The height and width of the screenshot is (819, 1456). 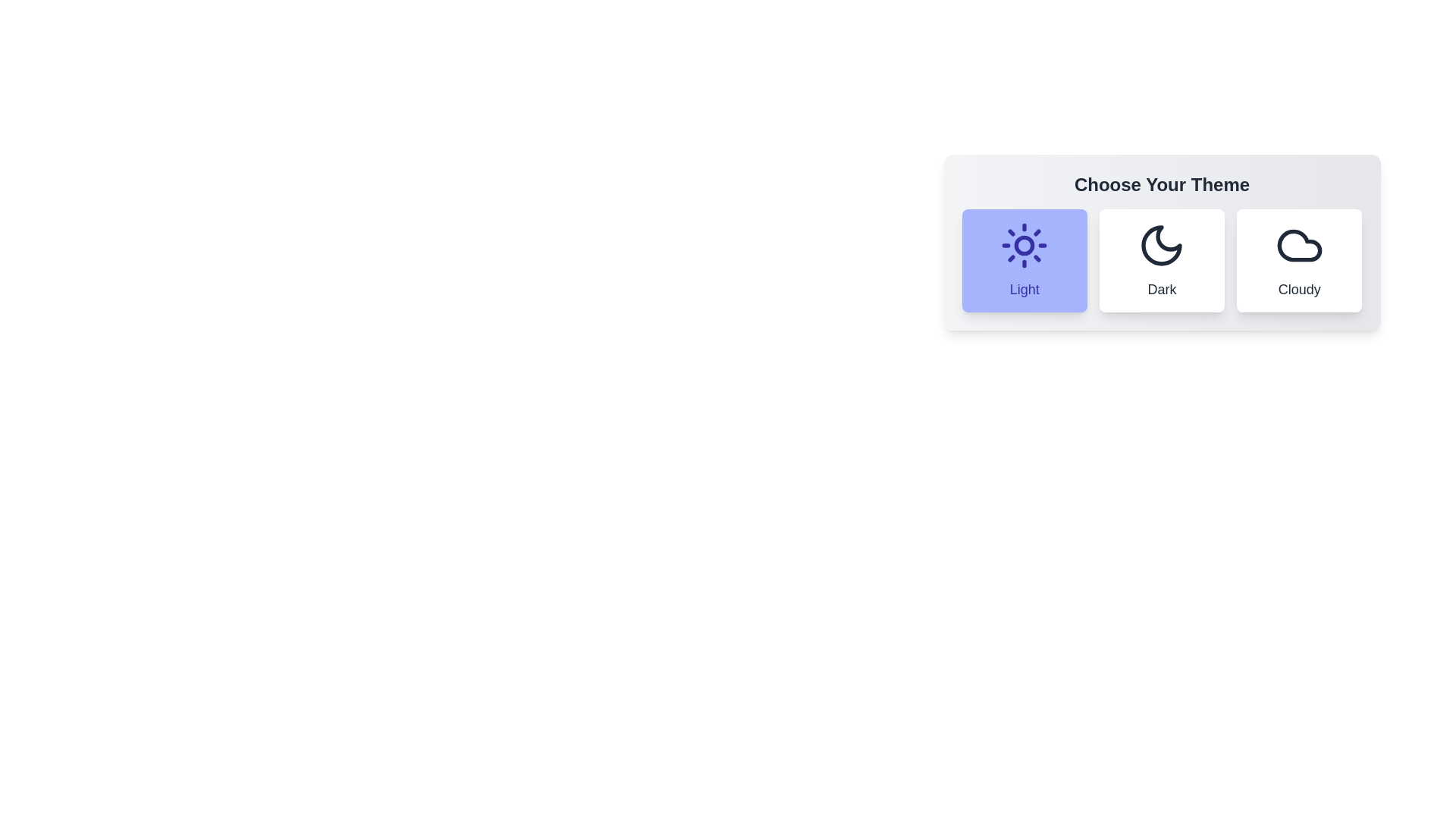 What do you see at coordinates (1161, 259) in the screenshot?
I see `the 'Dark' theme button located between the 'Light' and 'Cloudy' options in the 'Choose Your Theme' section` at bounding box center [1161, 259].